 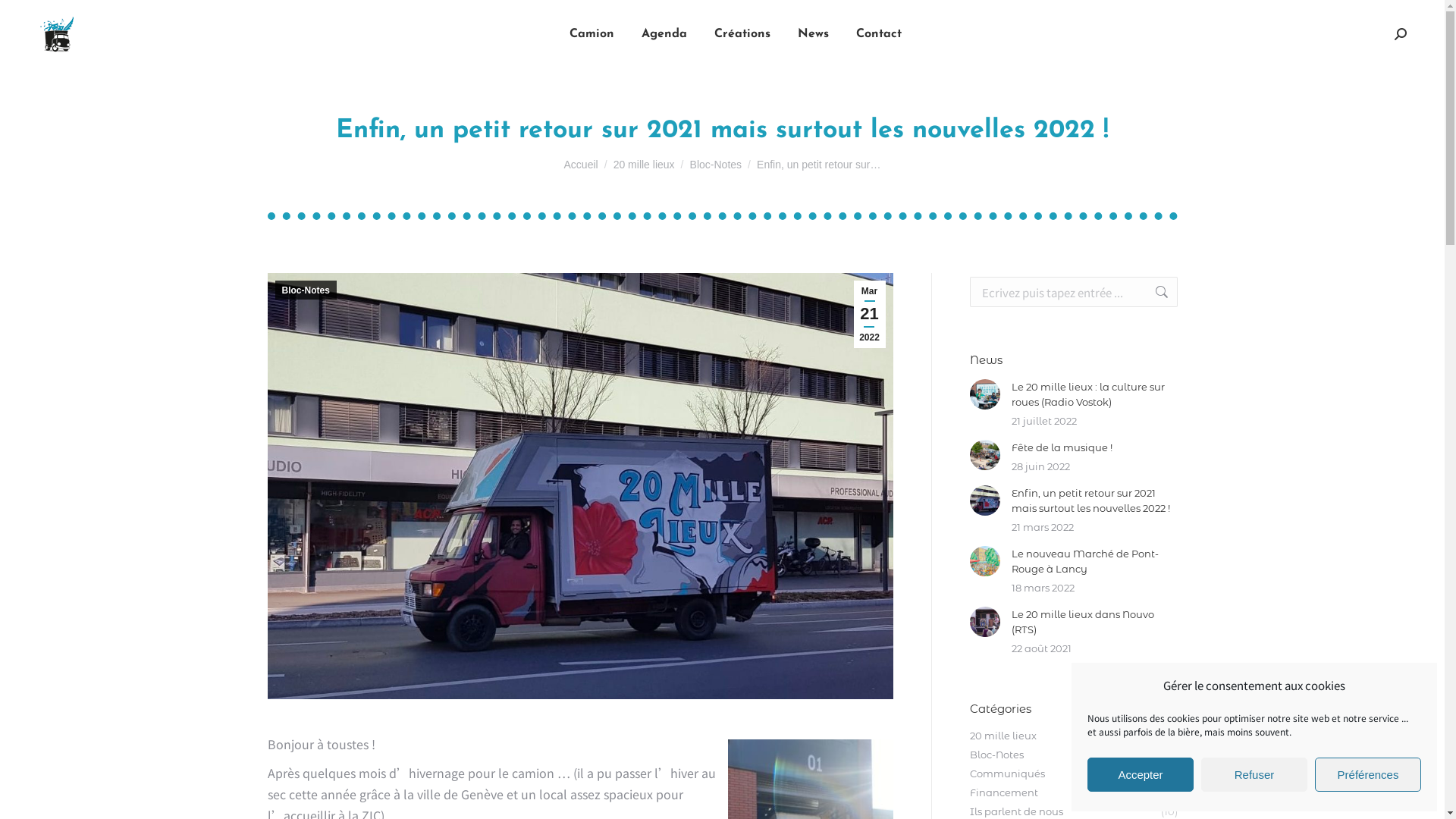 What do you see at coordinates (1153, 292) in the screenshot?
I see `'Aller !'` at bounding box center [1153, 292].